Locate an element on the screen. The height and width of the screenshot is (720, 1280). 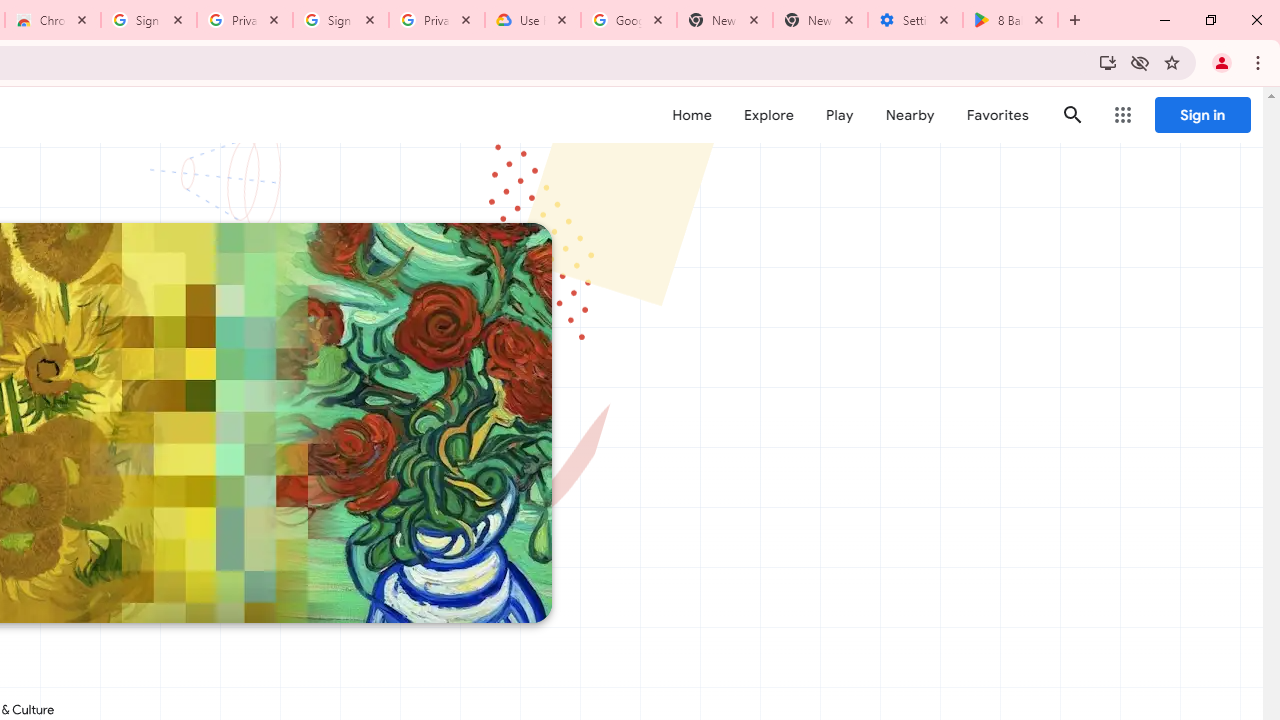
'Favorites' is located at coordinates (997, 115).